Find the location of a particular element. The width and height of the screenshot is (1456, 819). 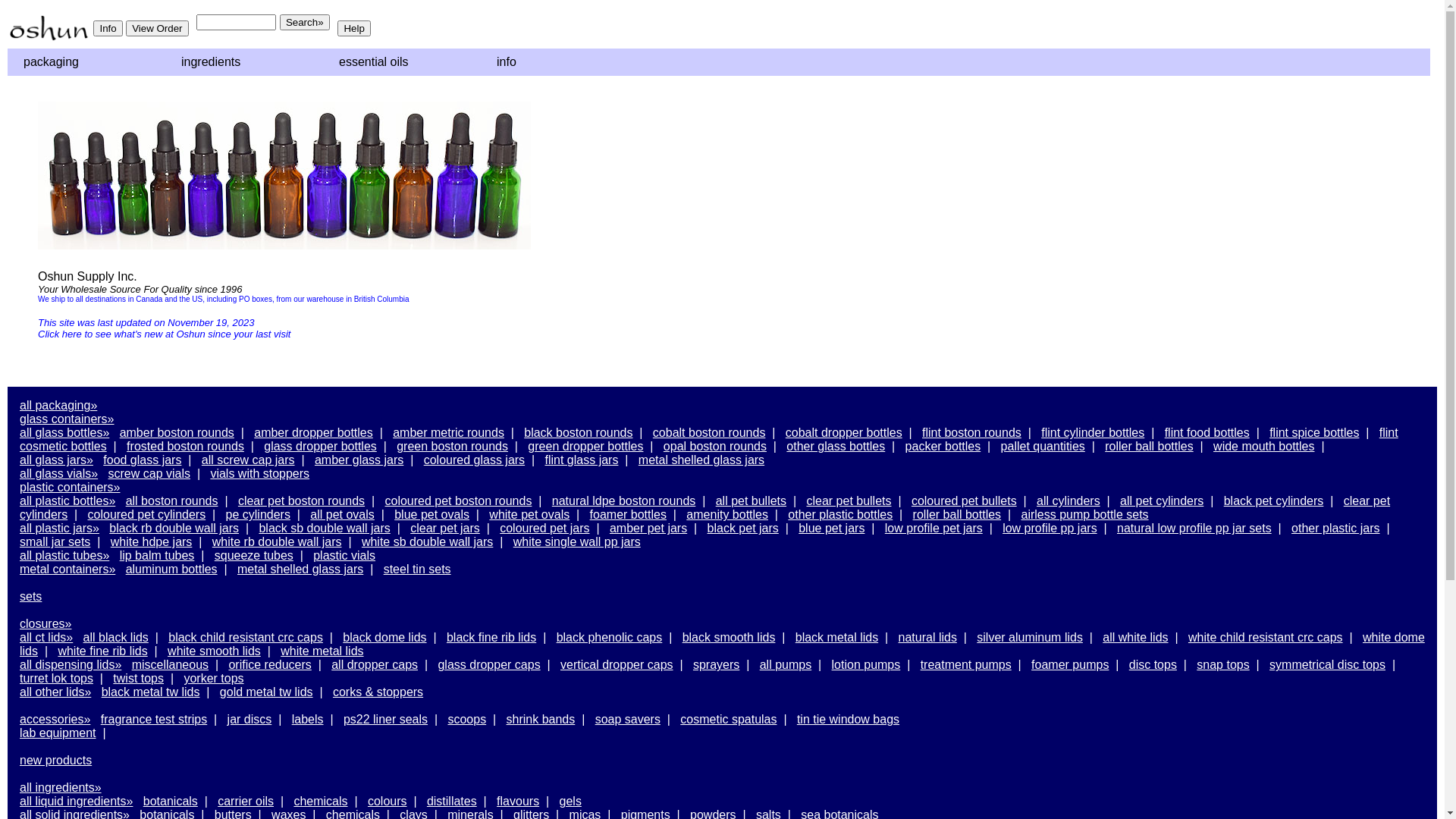

'white smooth lids' is located at coordinates (213, 650).